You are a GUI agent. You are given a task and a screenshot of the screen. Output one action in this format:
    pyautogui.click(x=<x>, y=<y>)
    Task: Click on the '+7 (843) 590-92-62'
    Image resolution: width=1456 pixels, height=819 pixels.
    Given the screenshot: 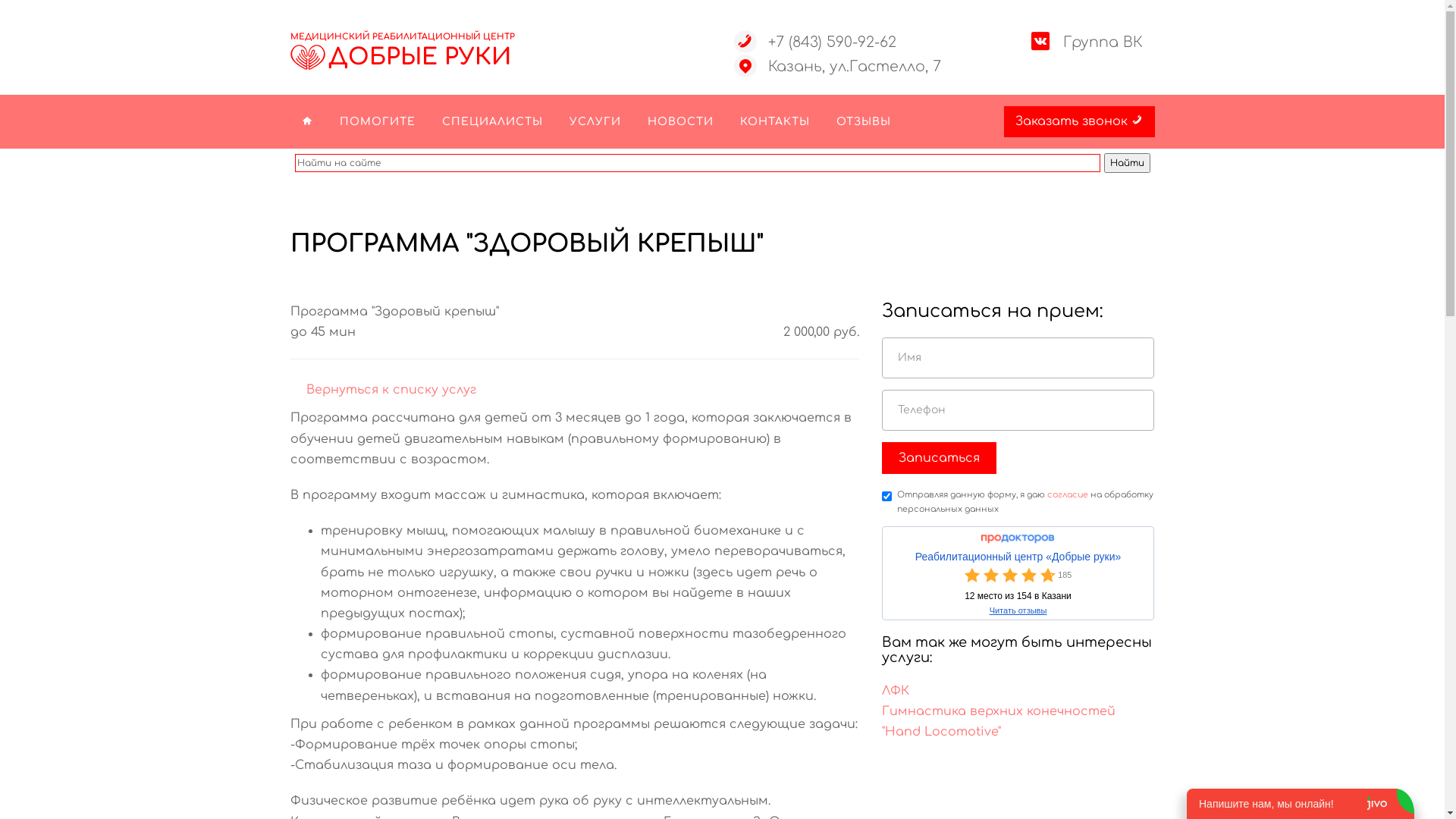 What is the action you would take?
    pyautogui.click(x=830, y=41)
    